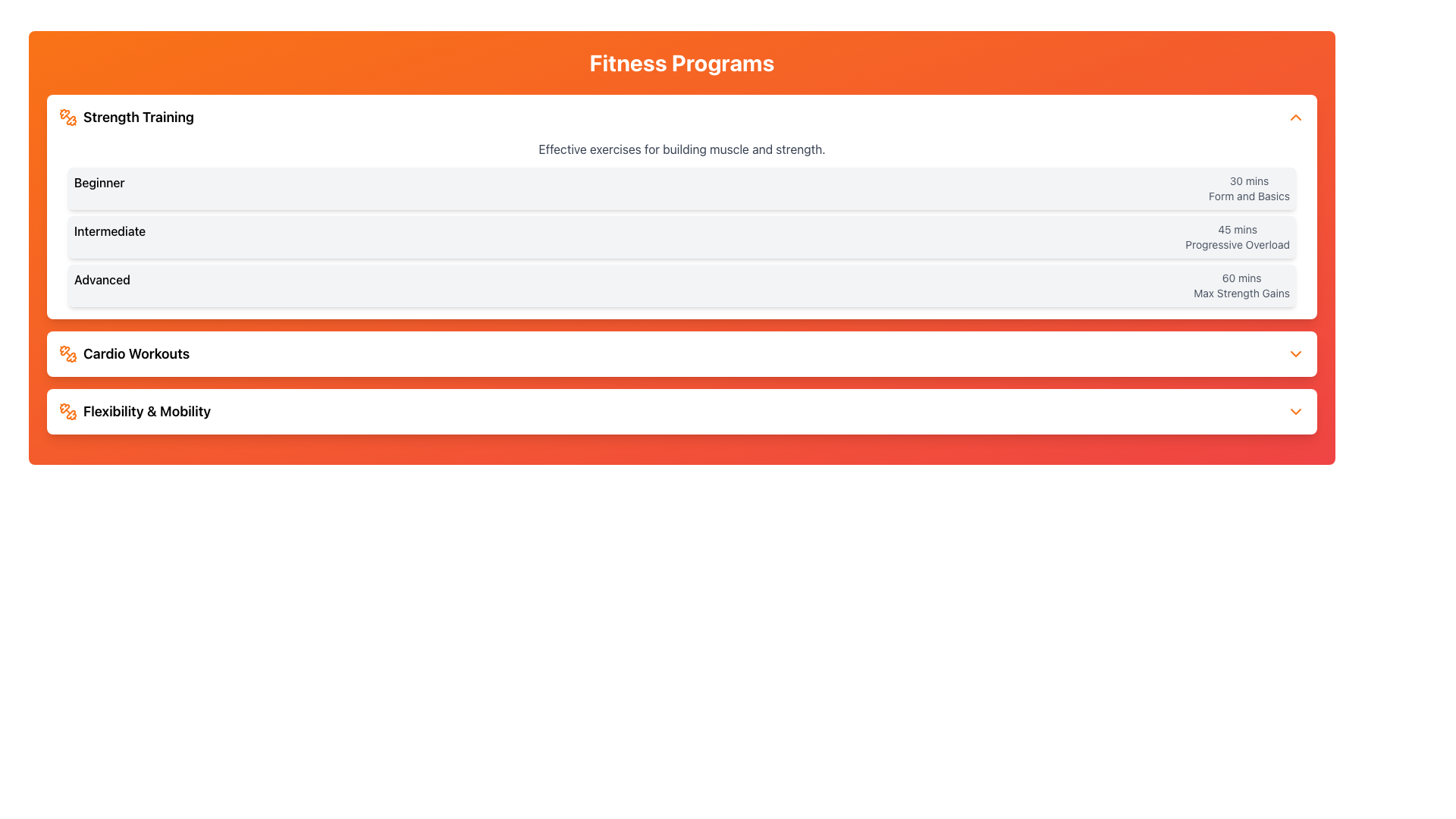  Describe the element at coordinates (136, 353) in the screenshot. I see `the 'Cardio Workouts' text element, which is displayed in bold black font and is part of the 'Fitness Programs' section` at that location.